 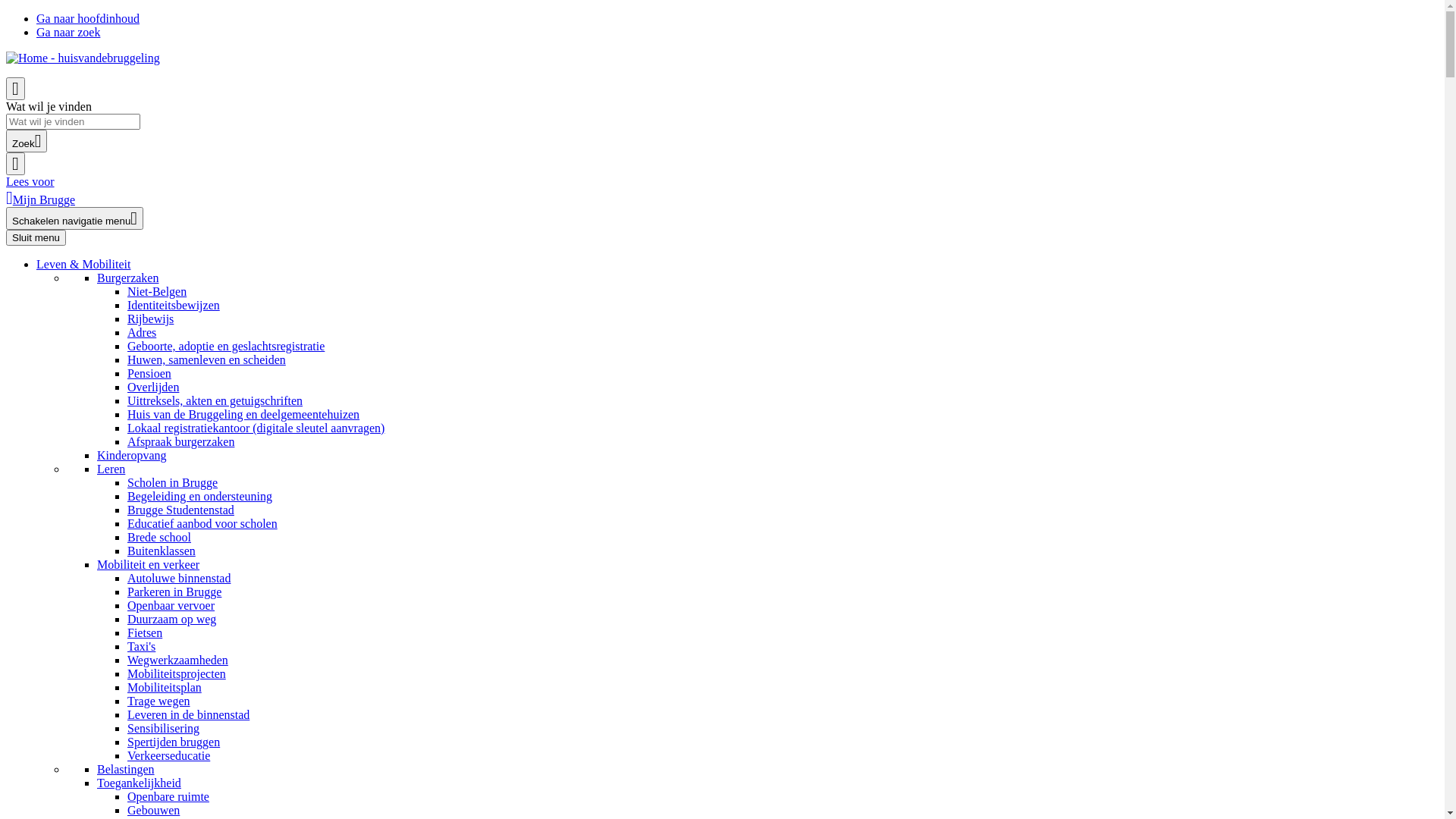 I want to click on 'Parkeren in Brugge', so click(x=174, y=591).